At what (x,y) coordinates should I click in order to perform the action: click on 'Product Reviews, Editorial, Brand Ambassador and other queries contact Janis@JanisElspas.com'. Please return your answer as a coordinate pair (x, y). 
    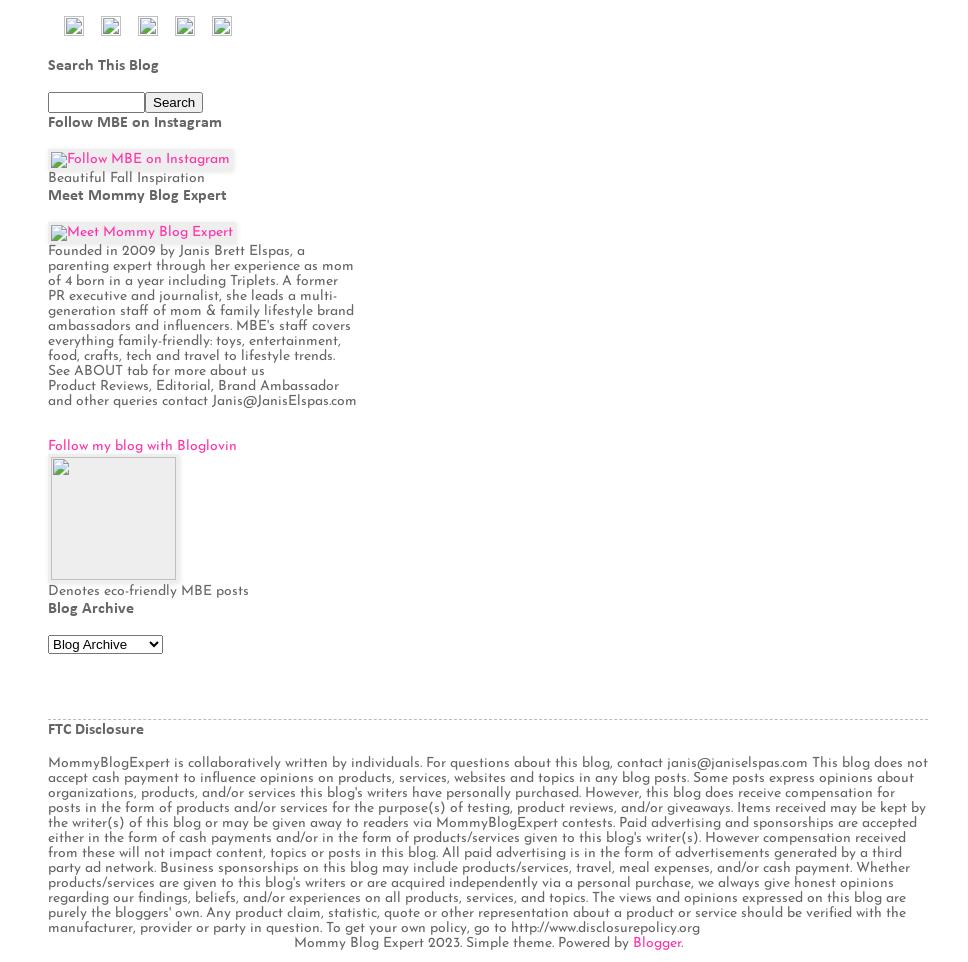
    Looking at the image, I should click on (202, 391).